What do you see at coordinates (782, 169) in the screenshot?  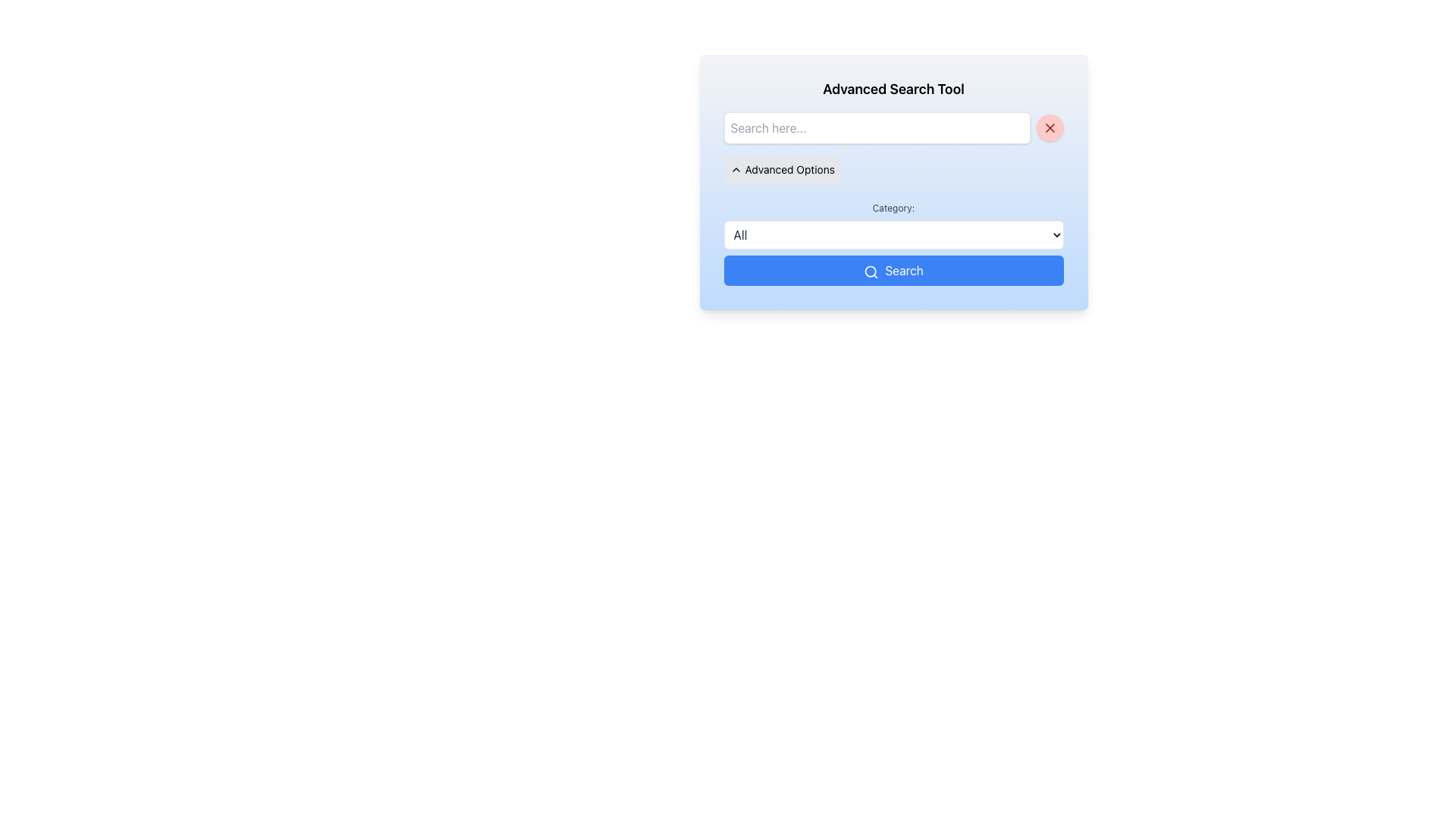 I see `the 'Advanced Options' button, which has a light gray background and a chevron-up icon next to the text` at bounding box center [782, 169].